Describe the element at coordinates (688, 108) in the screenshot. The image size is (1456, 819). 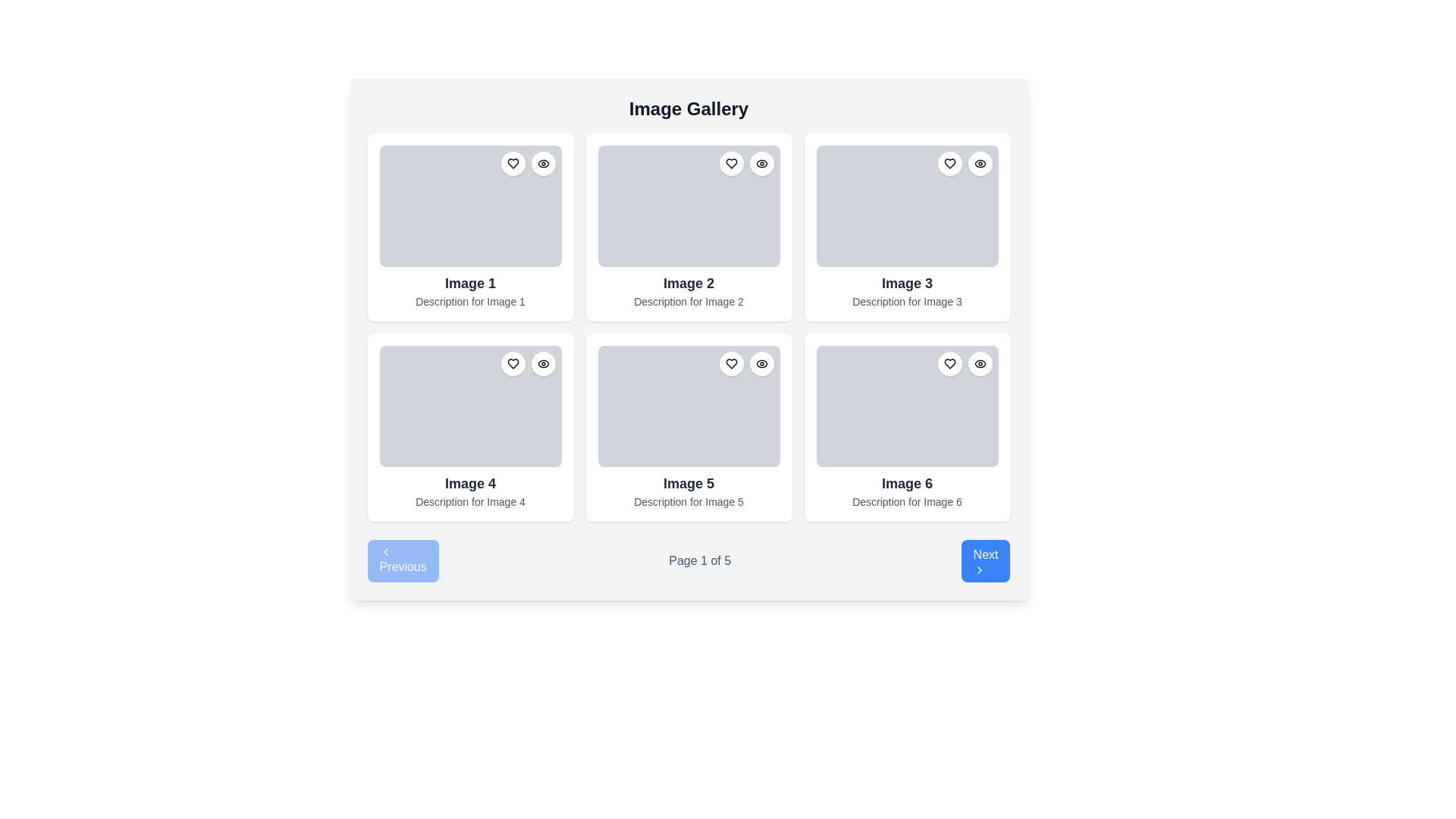
I see `the text label that reads 'Image Gallery', which is a bold stylized title positioned at the top-center of the interface, above a grid of image thumbnails` at that location.